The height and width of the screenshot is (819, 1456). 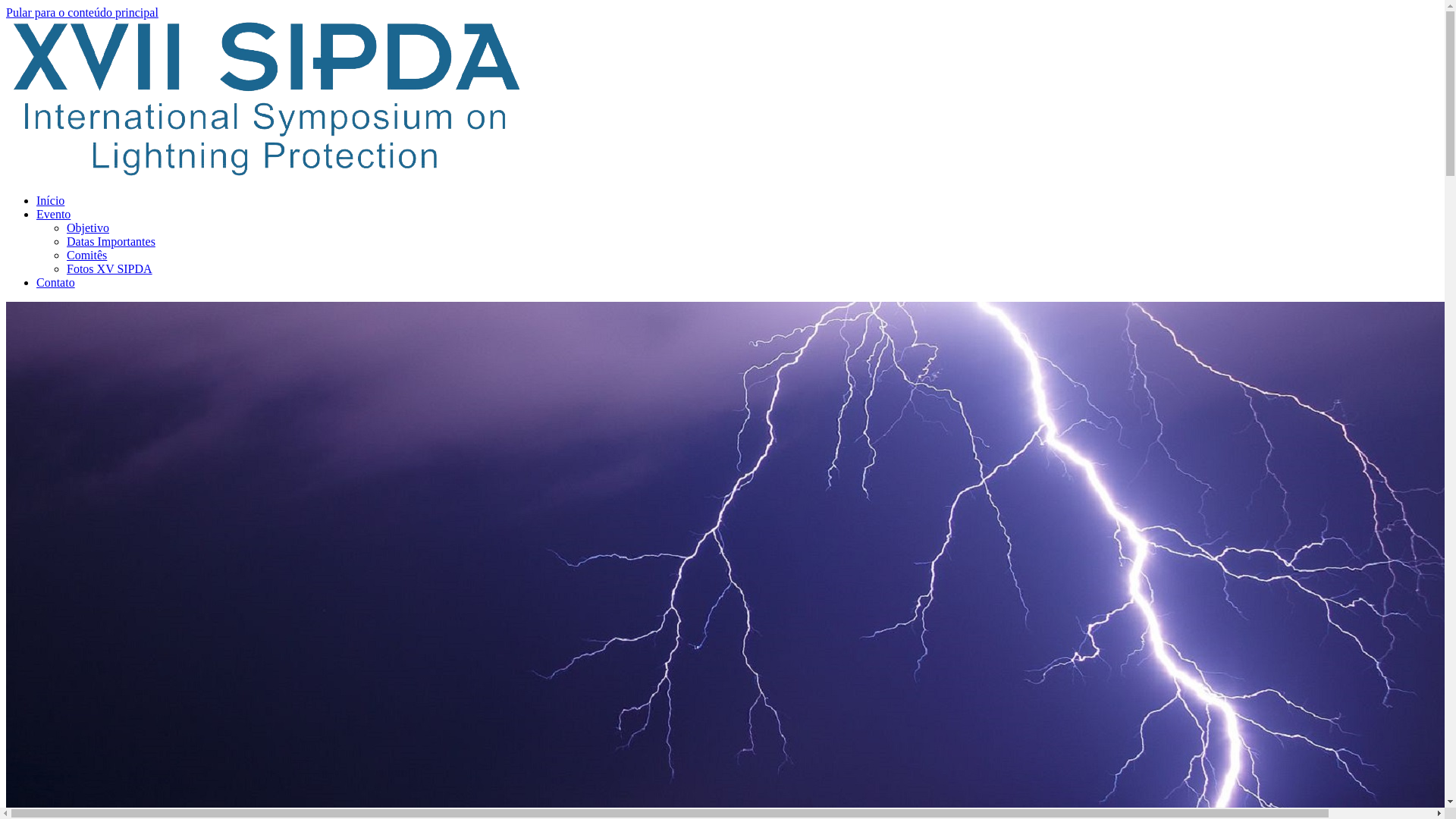 I want to click on 'Objetivo', so click(x=86, y=227).